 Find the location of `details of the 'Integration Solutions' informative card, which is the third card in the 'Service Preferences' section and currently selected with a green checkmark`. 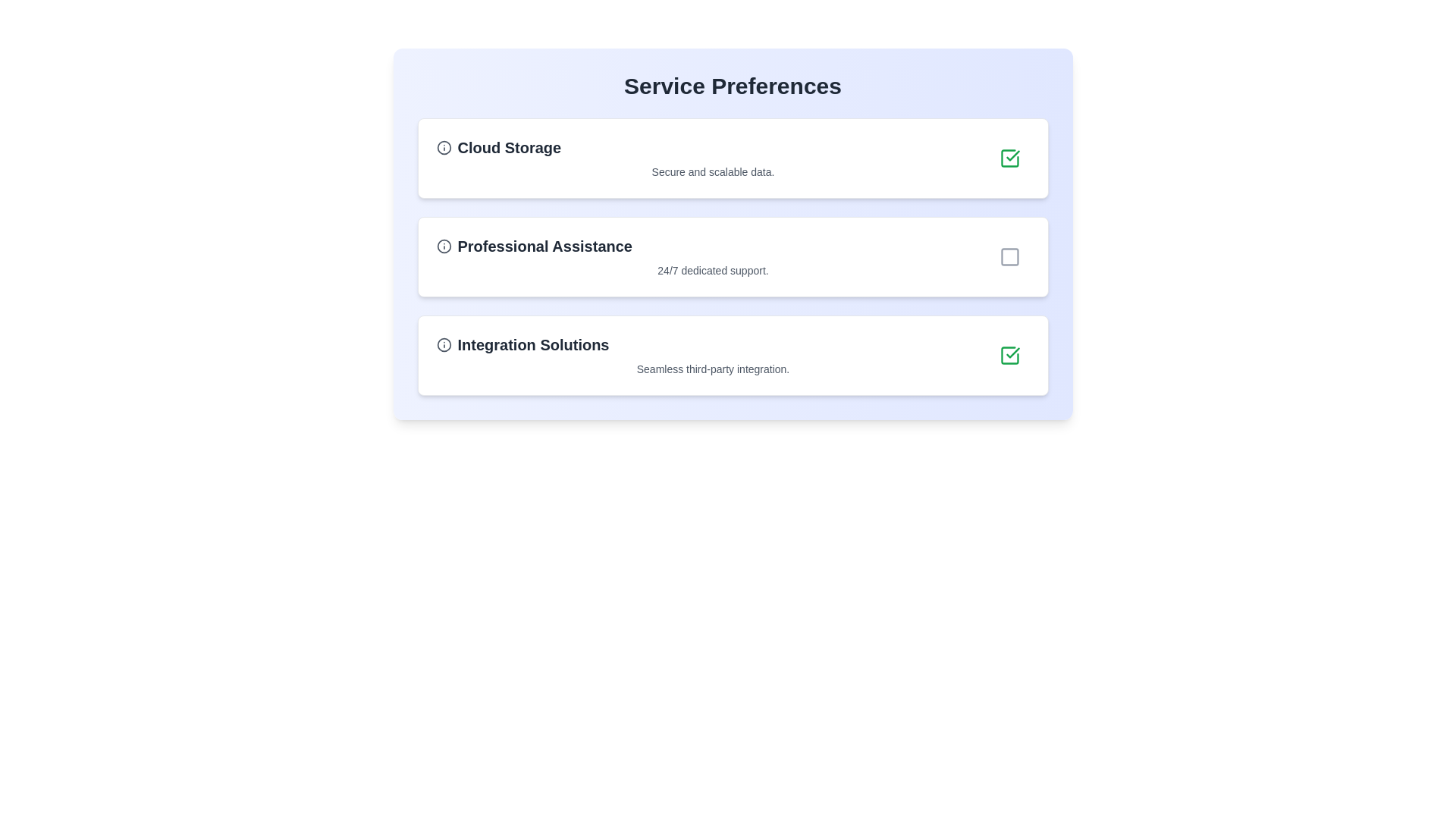

details of the 'Integration Solutions' informative card, which is the third card in the 'Service Preferences' section and currently selected with a green checkmark is located at coordinates (733, 356).